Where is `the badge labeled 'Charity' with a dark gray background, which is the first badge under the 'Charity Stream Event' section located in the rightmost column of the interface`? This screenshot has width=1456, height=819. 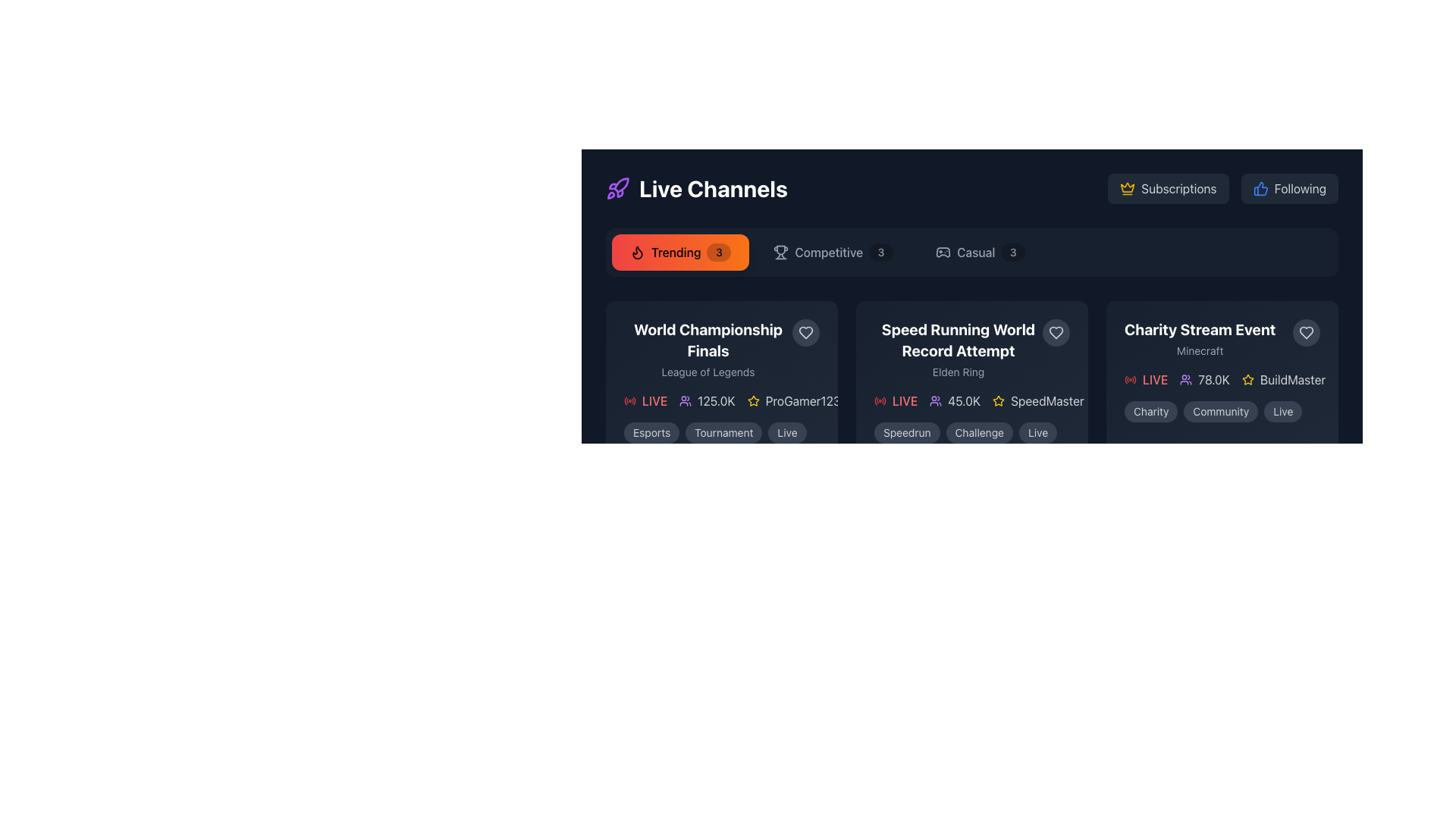 the badge labeled 'Charity' with a dark gray background, which is the first badge under the 'Charity Stream Event' section located in the rightmost column of the interface is located at coordinates (1151, 412).